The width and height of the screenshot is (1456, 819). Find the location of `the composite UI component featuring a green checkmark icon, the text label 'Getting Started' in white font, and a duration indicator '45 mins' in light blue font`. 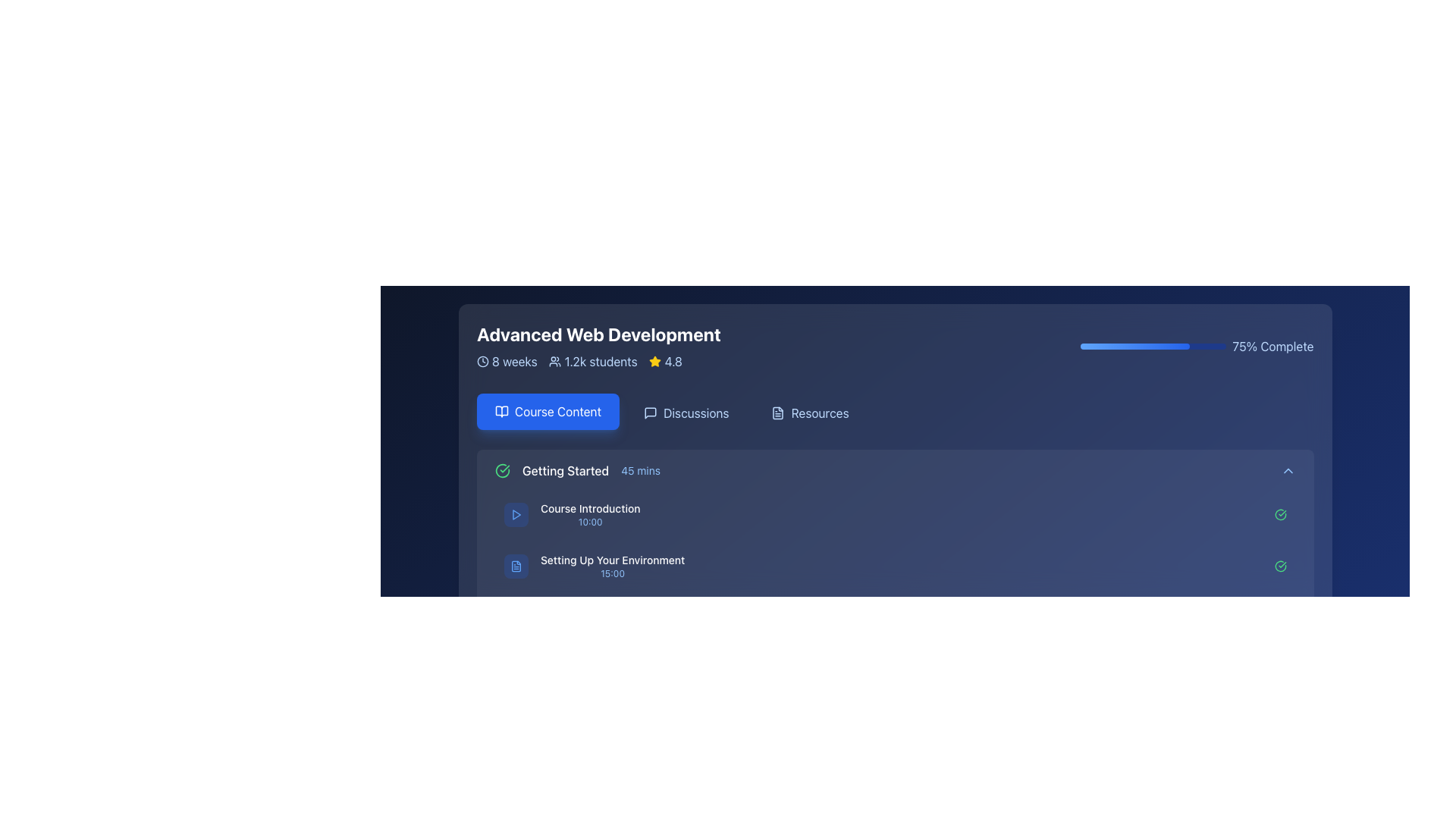

the composite UI component featuring a green checkmark icon, the text label 'Getting Started' in white font, and a duration indicator '45 mins' in light blue font is located at coordinates (576, 470).